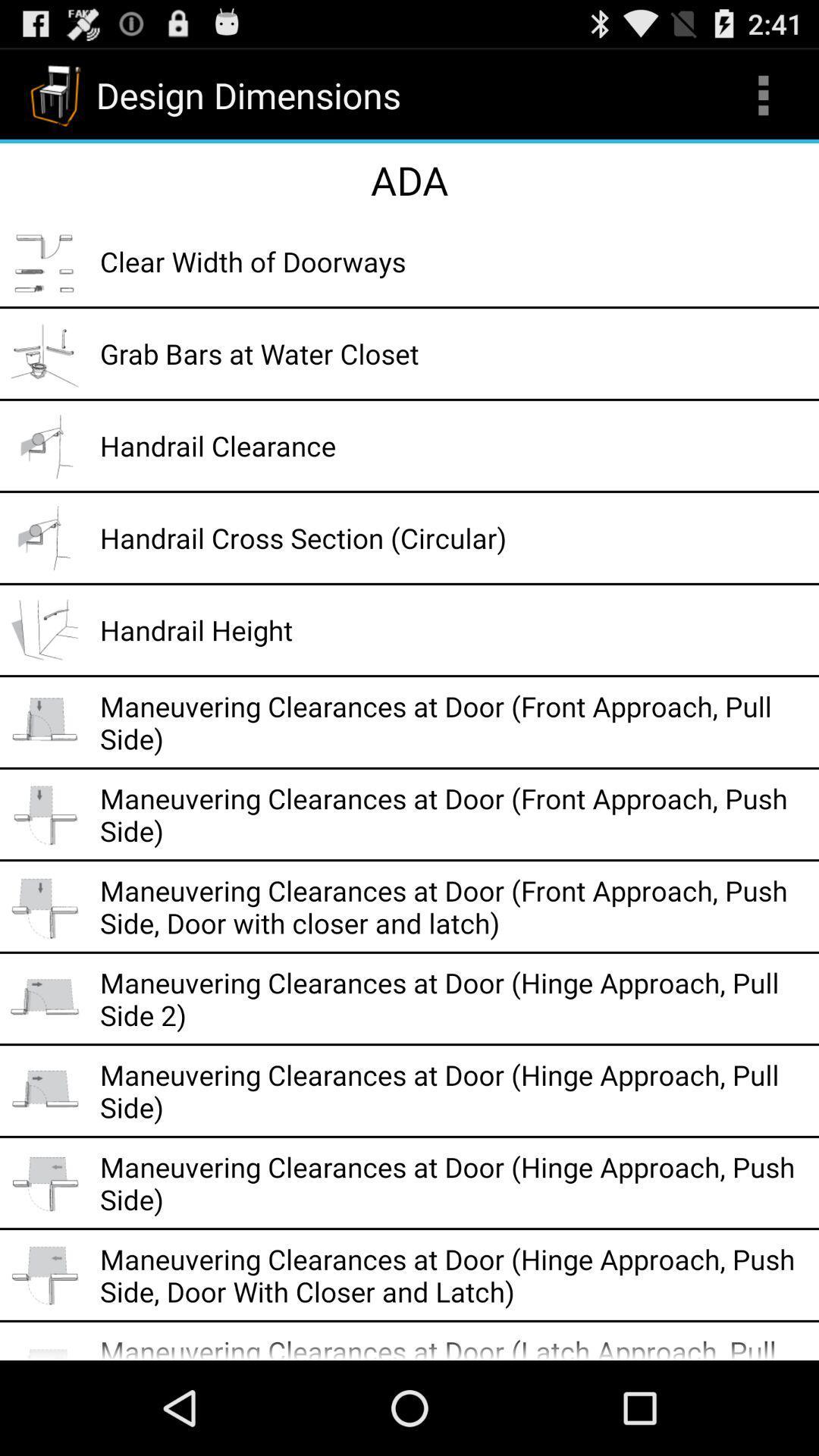 The image size is (819, 1456). What do you see at coordinates (453, 262) in the screenshot?
I see `clear width of` at bounding box center [453, 262].